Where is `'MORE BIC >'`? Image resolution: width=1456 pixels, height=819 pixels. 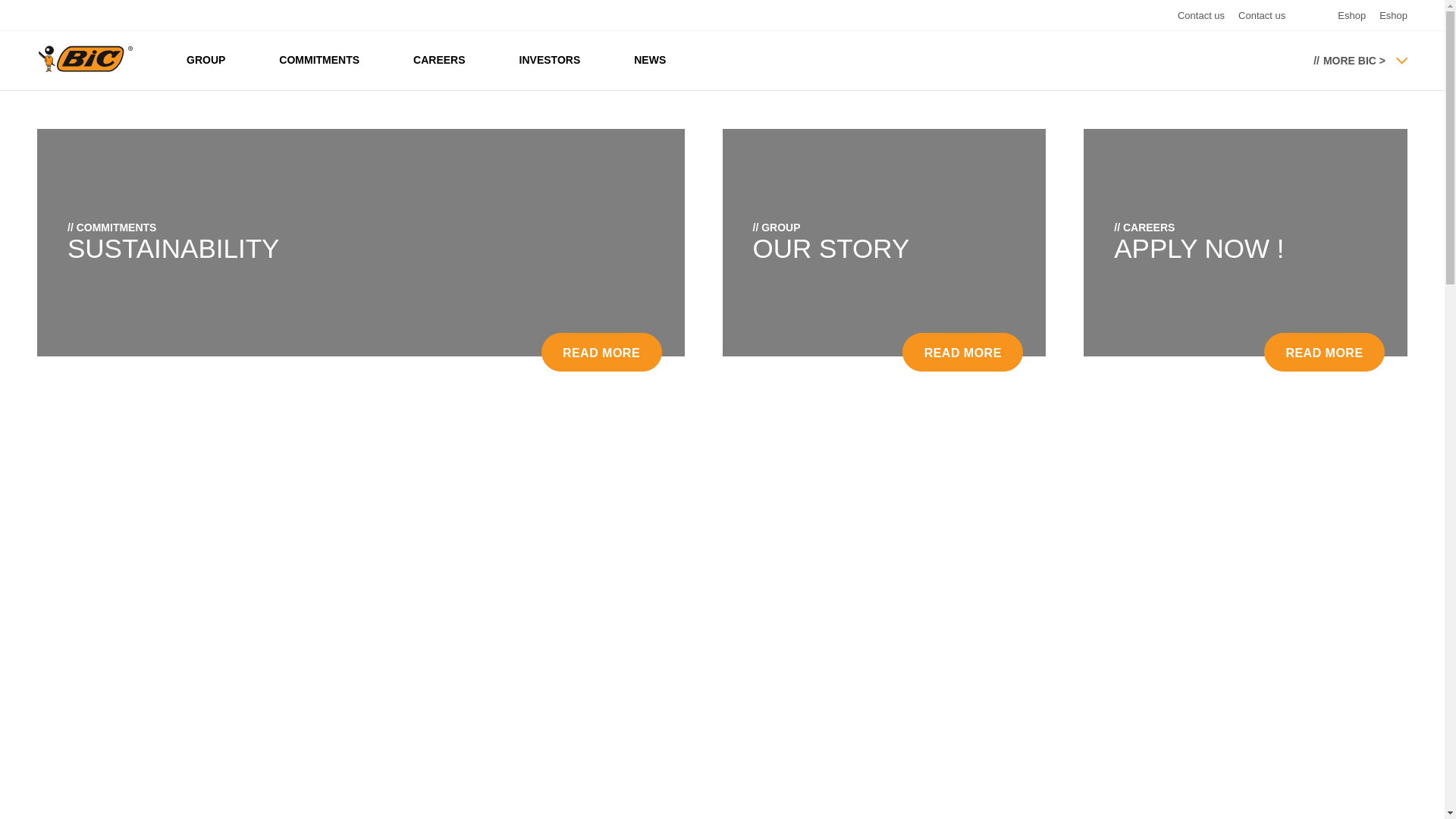
'MORE BIC >' is located at coordinates (1313, 59).